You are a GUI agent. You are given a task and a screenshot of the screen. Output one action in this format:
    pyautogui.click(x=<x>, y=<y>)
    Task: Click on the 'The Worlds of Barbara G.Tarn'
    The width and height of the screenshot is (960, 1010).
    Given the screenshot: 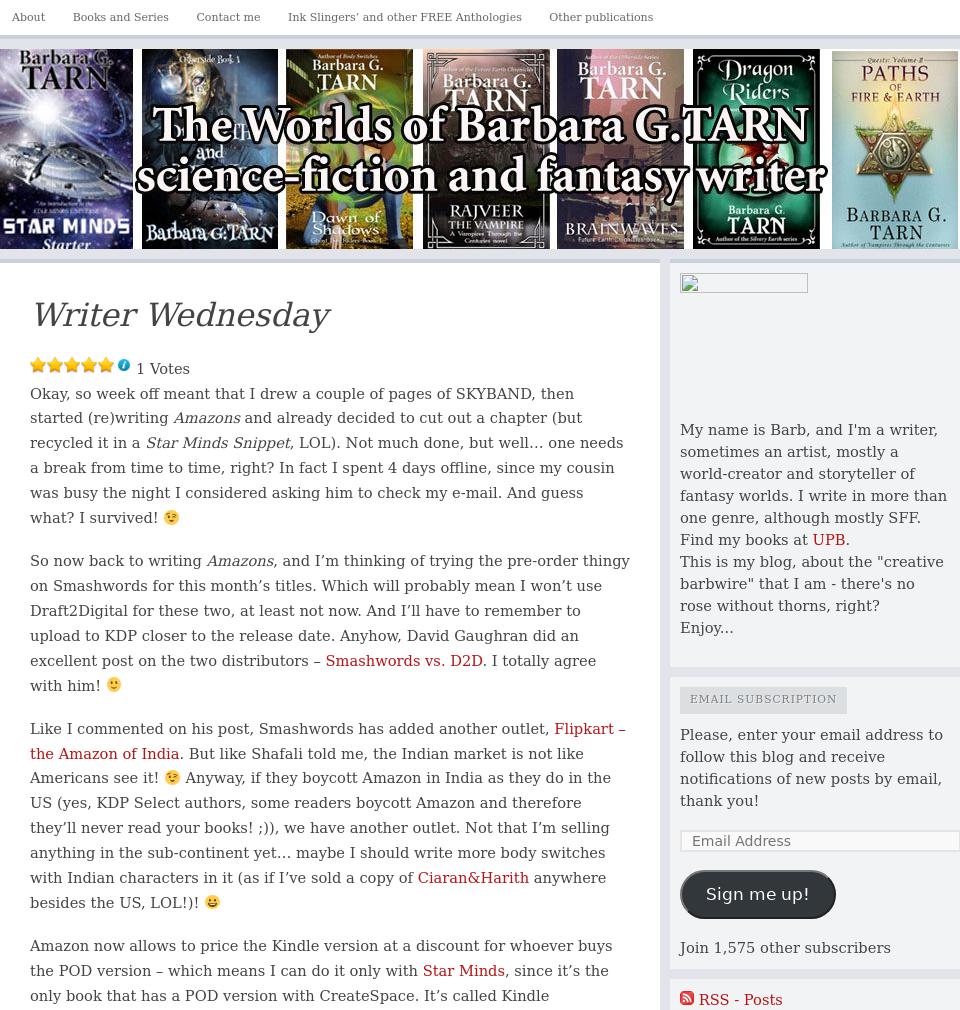 What is the action you would take?
    pyautogui.click(x=164, y=66)
    